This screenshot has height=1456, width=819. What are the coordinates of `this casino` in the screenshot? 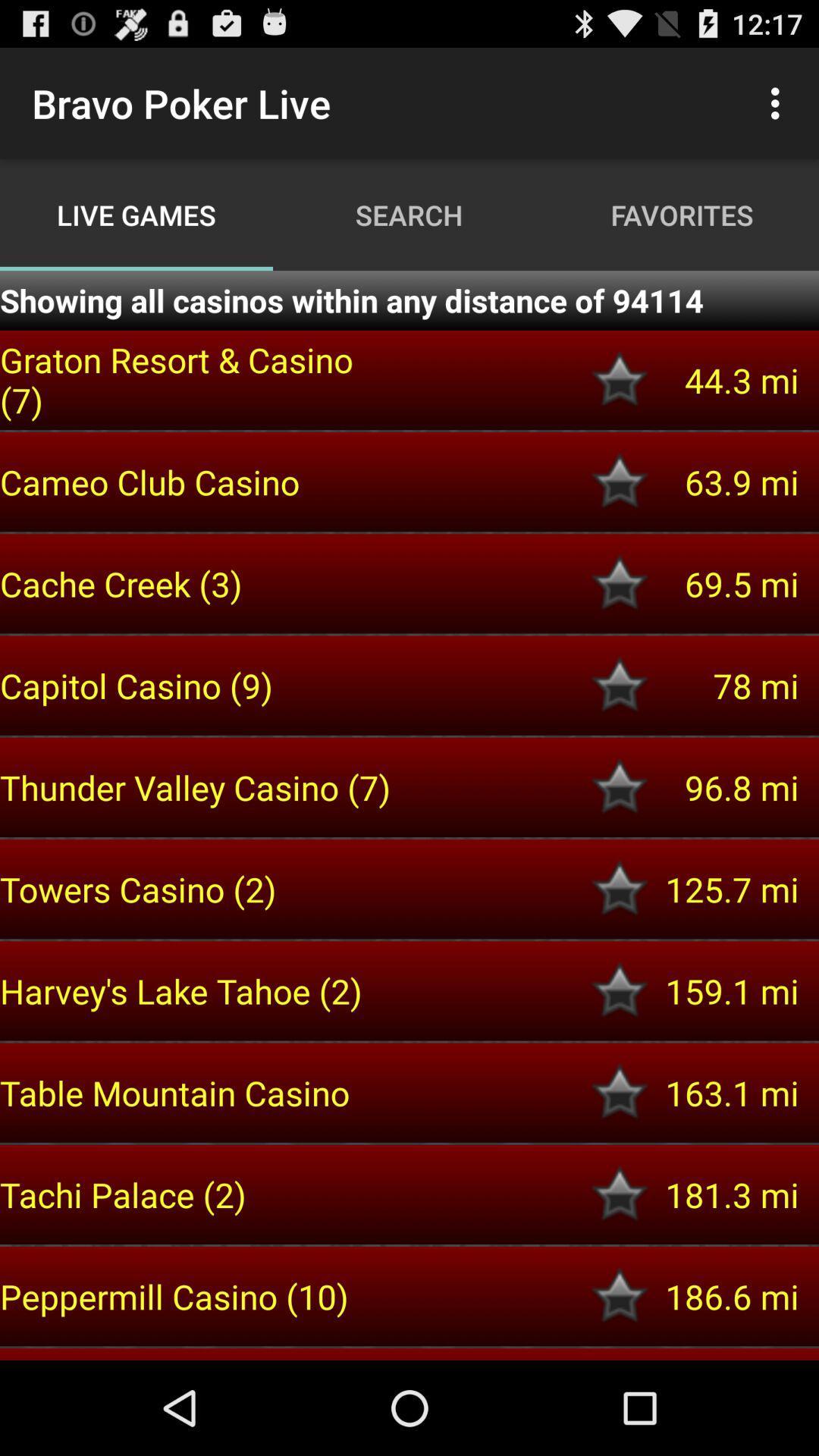 It's located at (620, 1093).